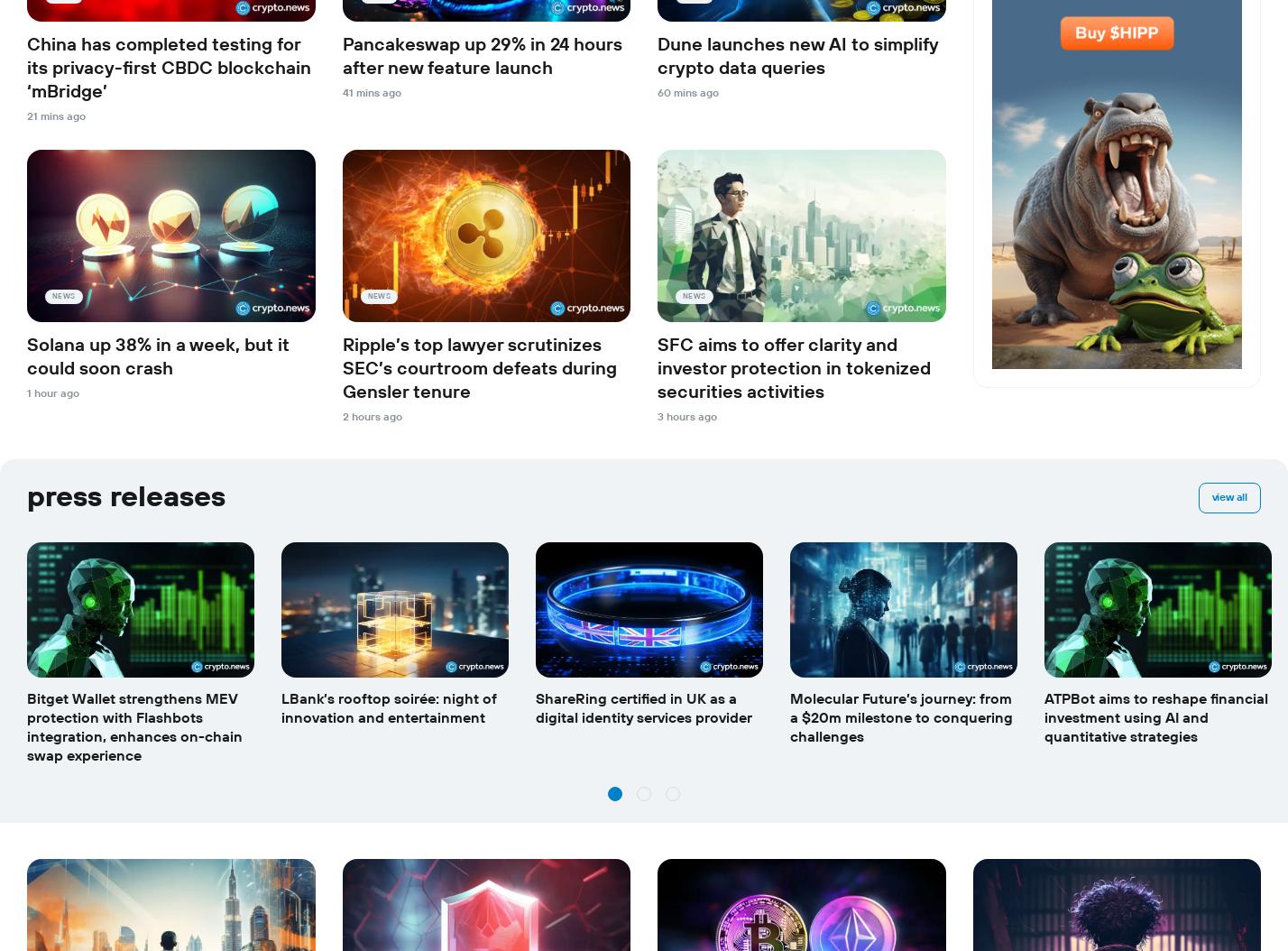 The width and height of the screenshot is (1288, 951). I want to click on 'Solana up 38% in a week, but it could soon crash', so click(158, 355).